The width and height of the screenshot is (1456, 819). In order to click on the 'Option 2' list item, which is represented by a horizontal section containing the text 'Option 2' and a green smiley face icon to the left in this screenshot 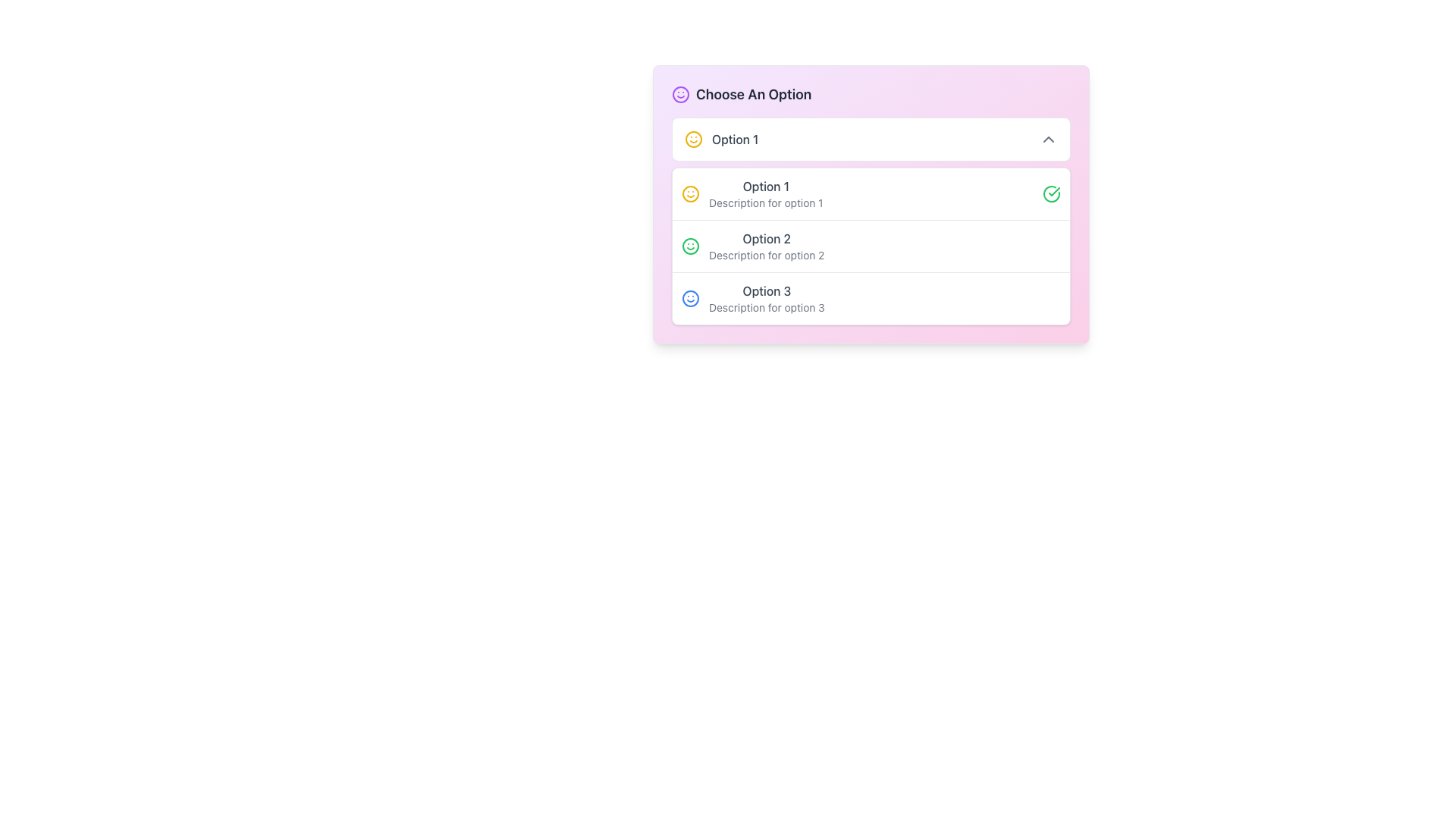, I will do `click(753, 245)`.